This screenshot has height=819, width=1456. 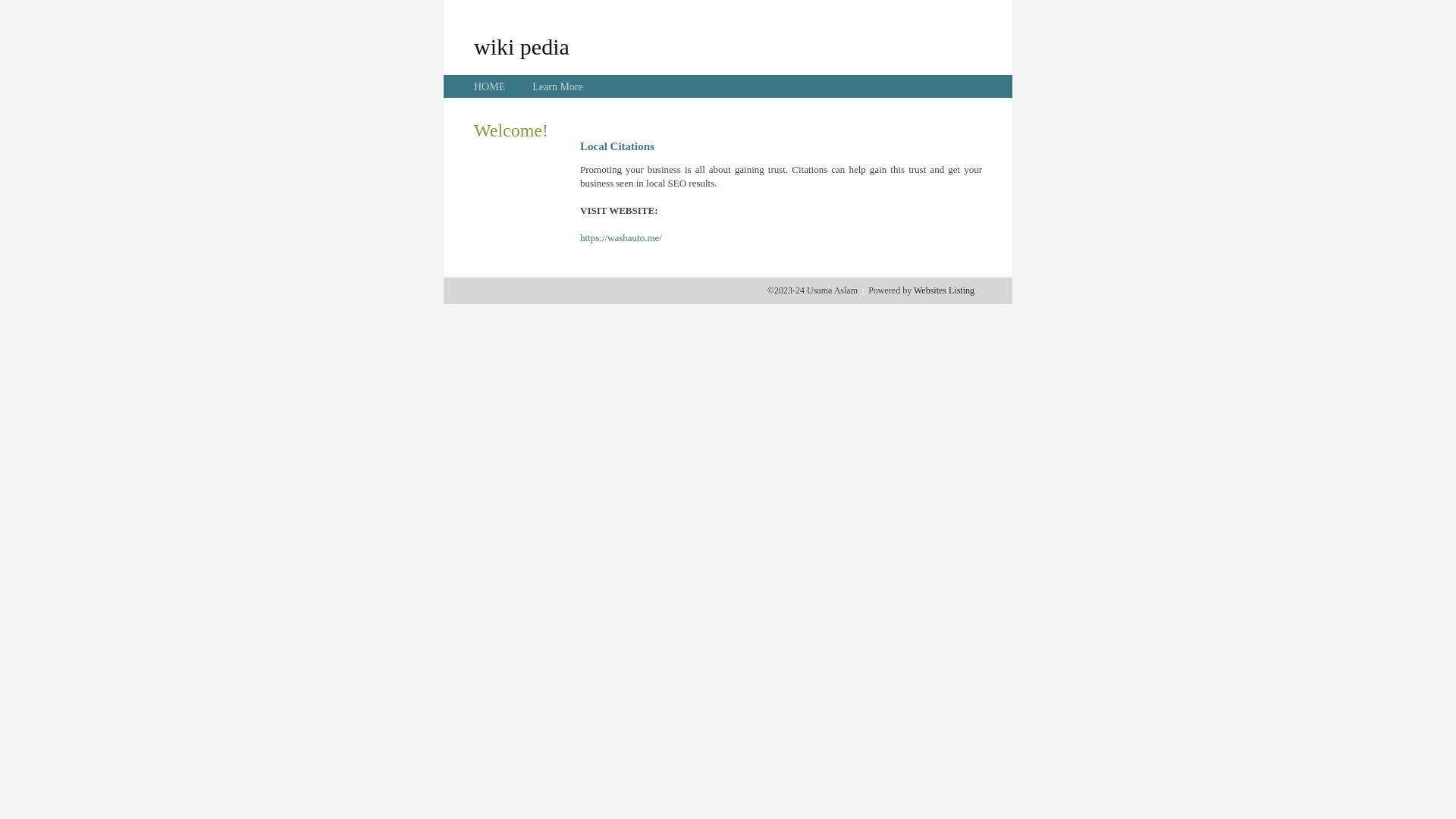 I want to click on 'HOME', so click(x=472, y=86).